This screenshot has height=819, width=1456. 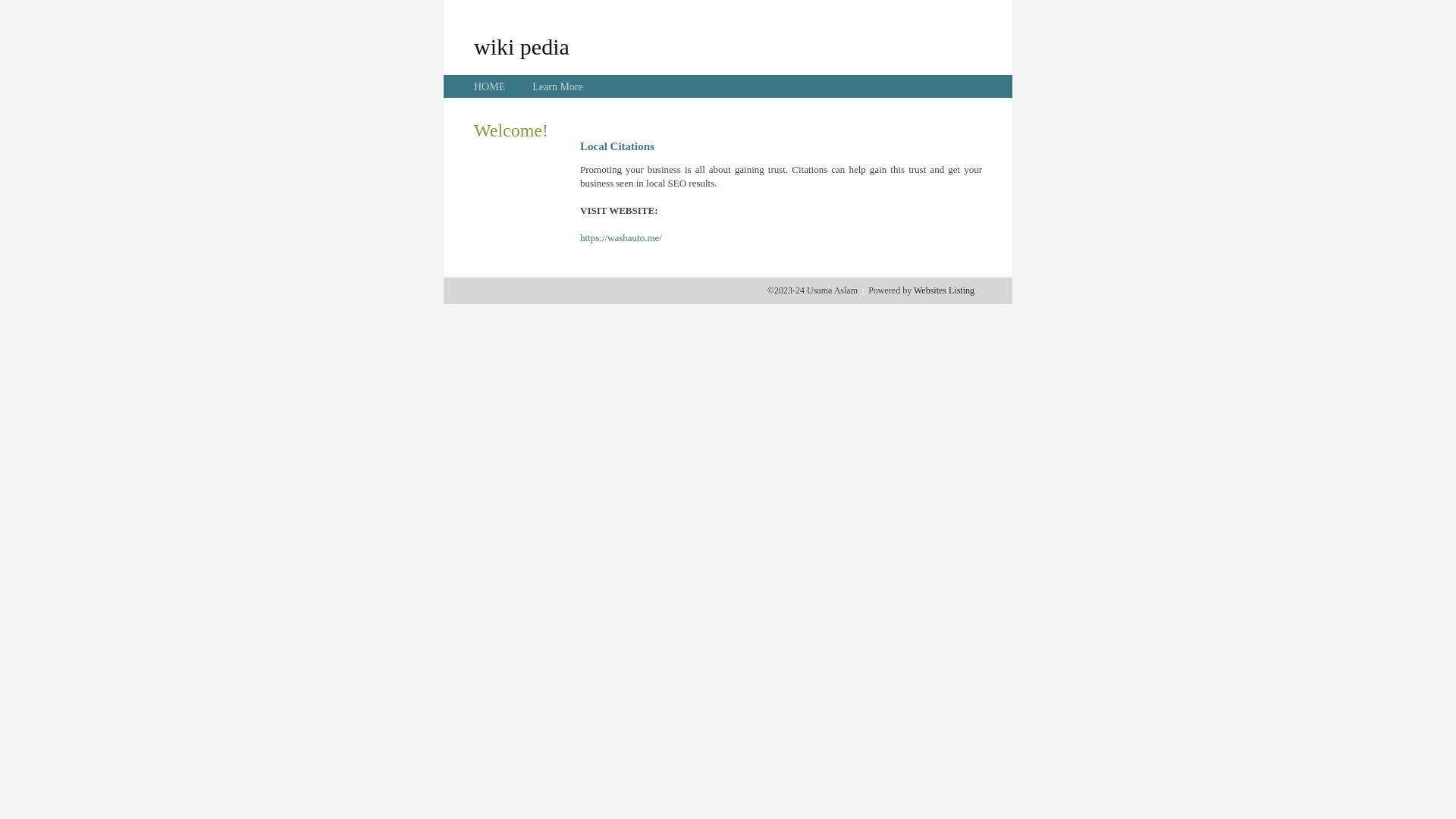 I want to click on 'HOME', so click(x=472, y=86).